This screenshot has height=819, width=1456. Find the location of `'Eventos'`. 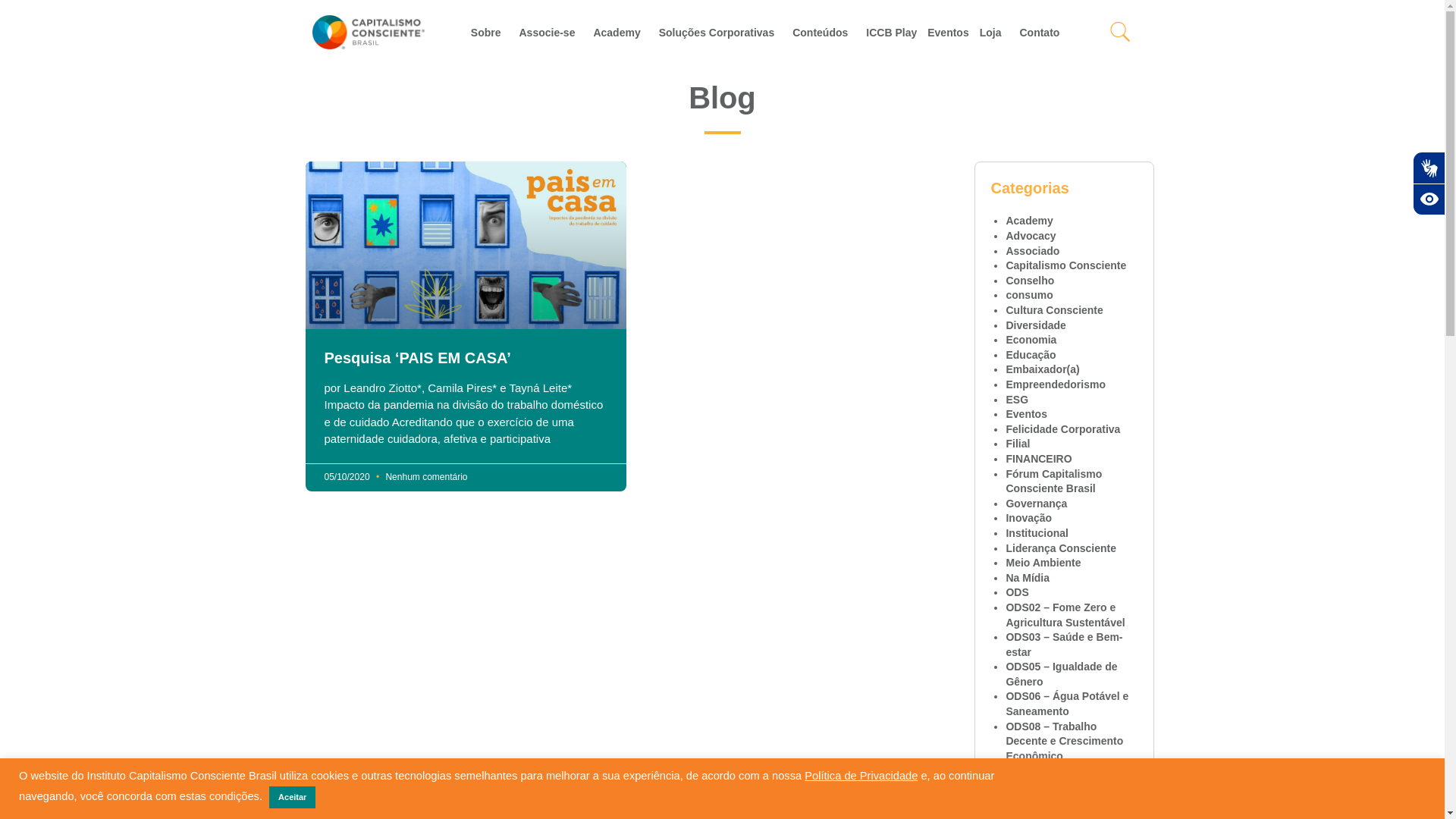

'Eventos' is located at coordinates (1005, 414).